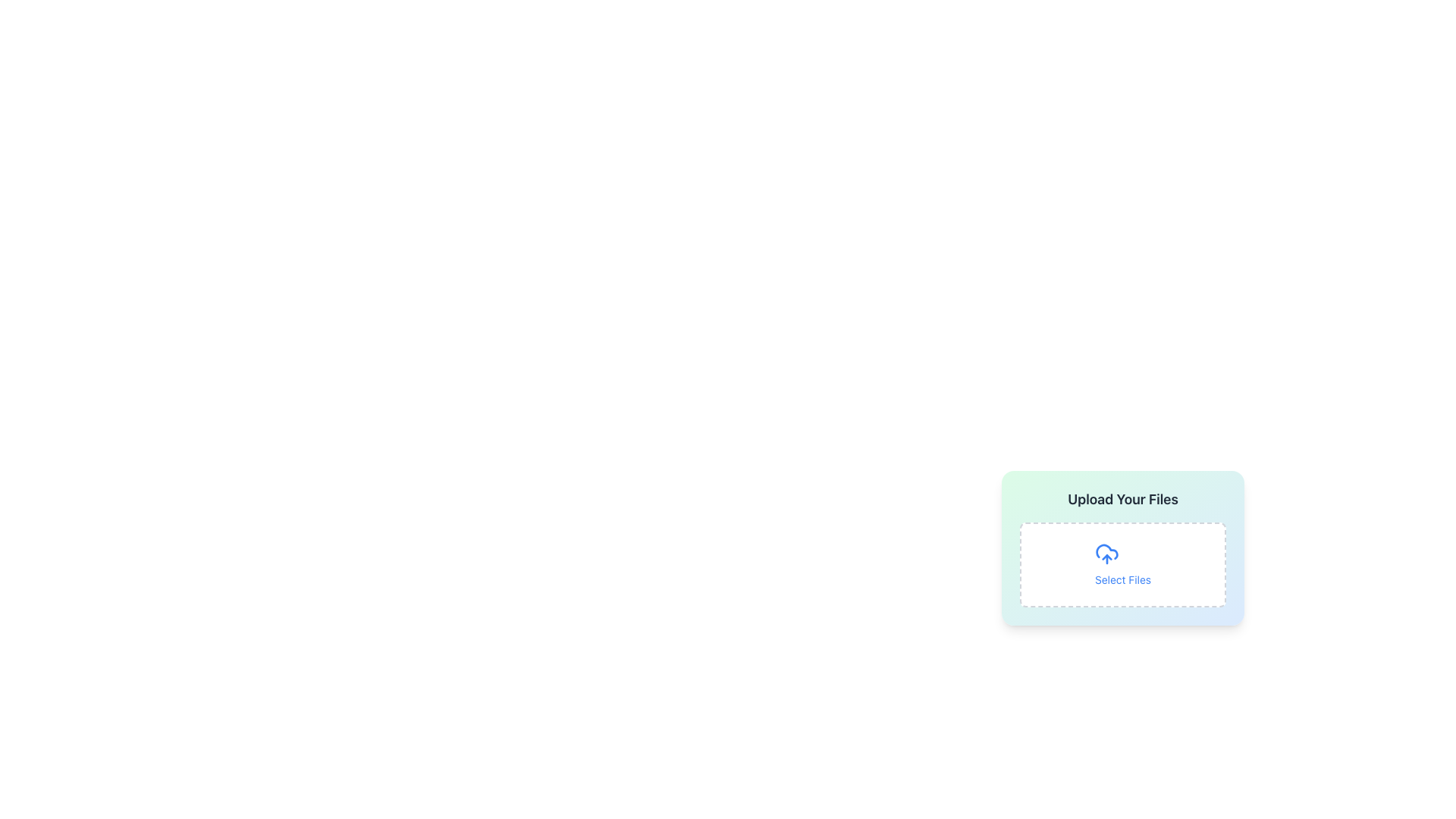 This screenshot has width=1456, height=819. I want to click on the 'Select Files' section of the file upload interface to initiate file selection, so click(1123, 548).